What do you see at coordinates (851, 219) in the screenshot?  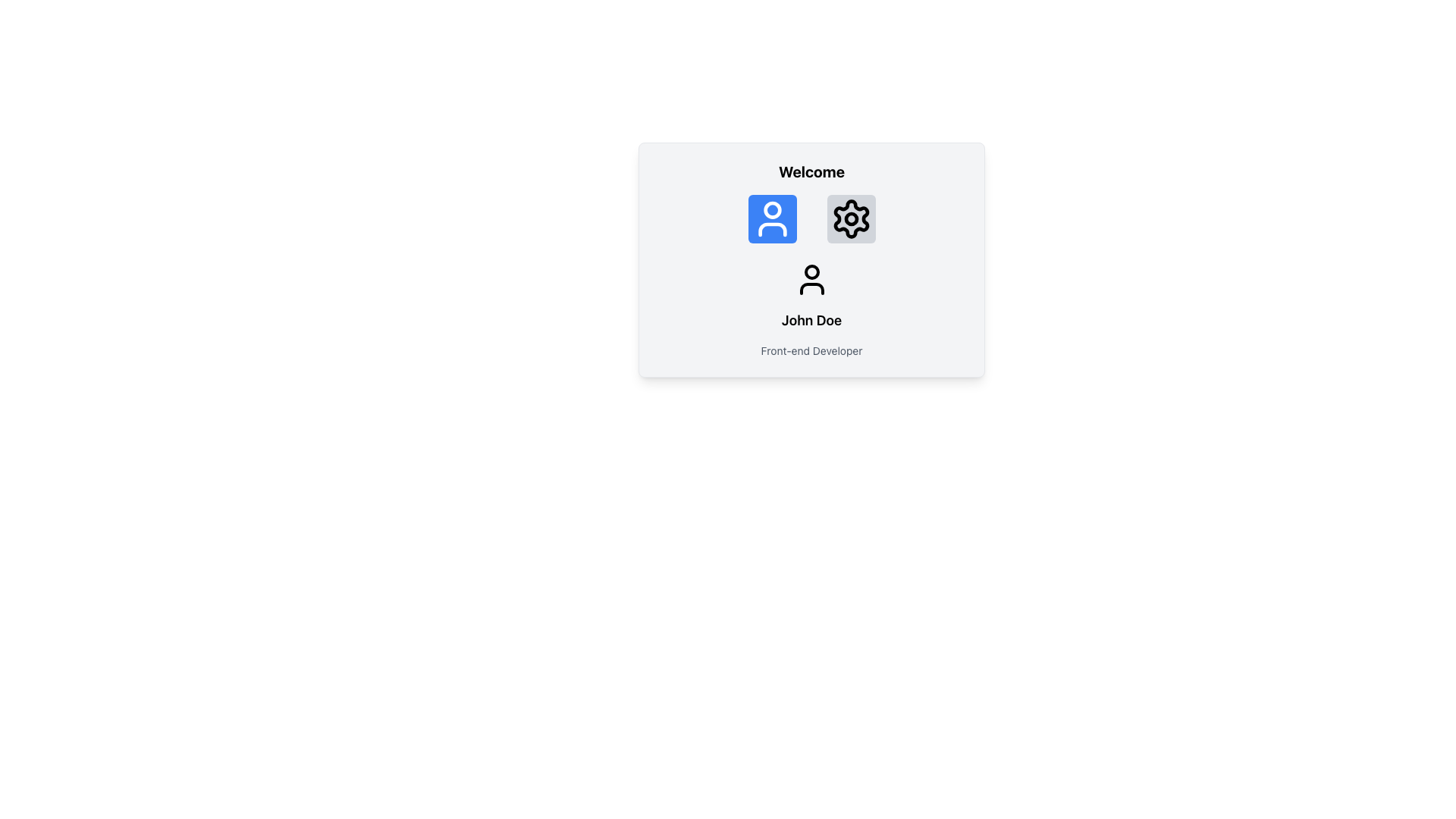 I see `the gear icon with a gray background and a black gear symbol` at bounding box center [851, 219].